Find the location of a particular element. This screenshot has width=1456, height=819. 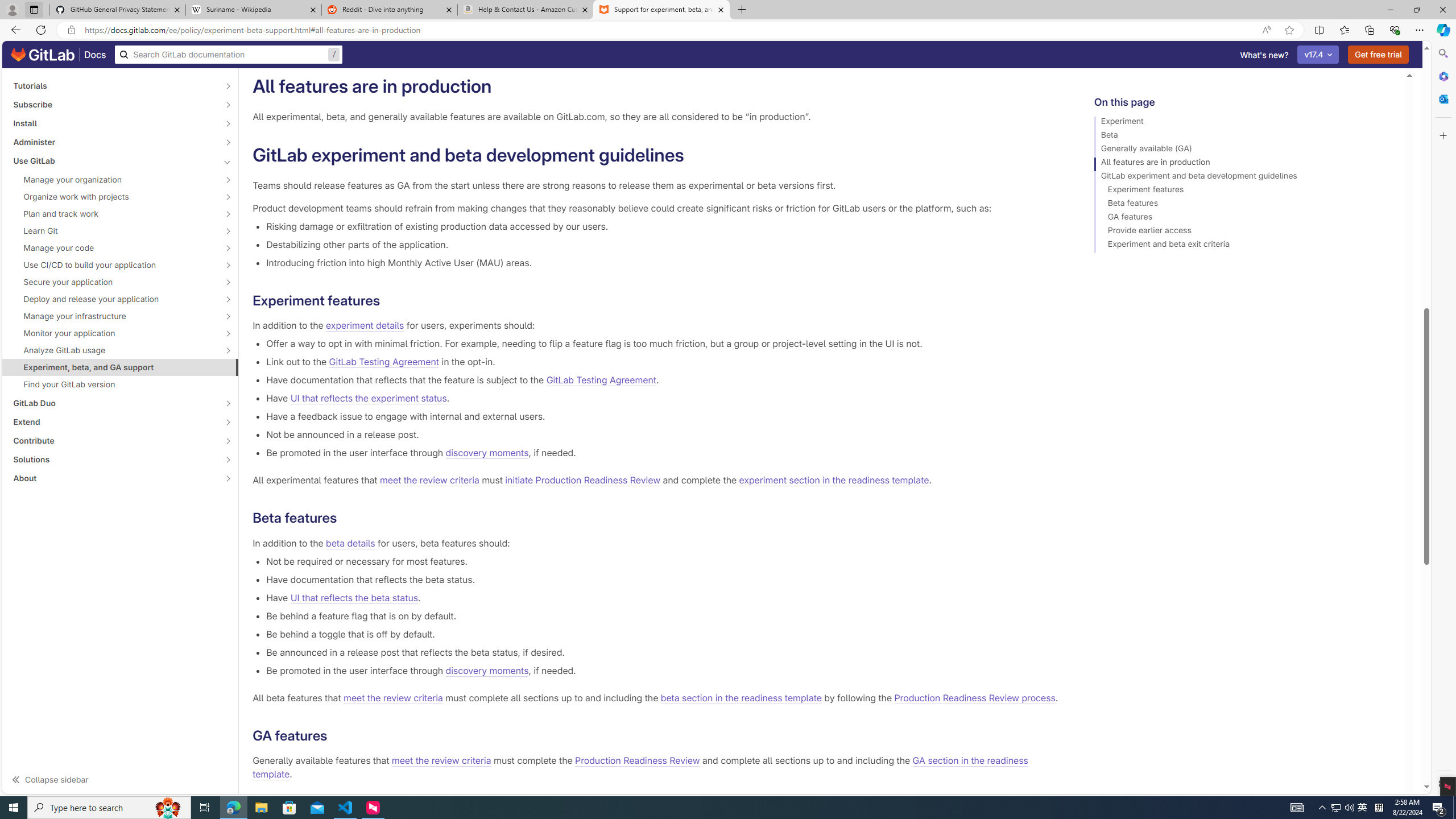

'GitLab documentation home Docs' is located at coordinates (58, 54).